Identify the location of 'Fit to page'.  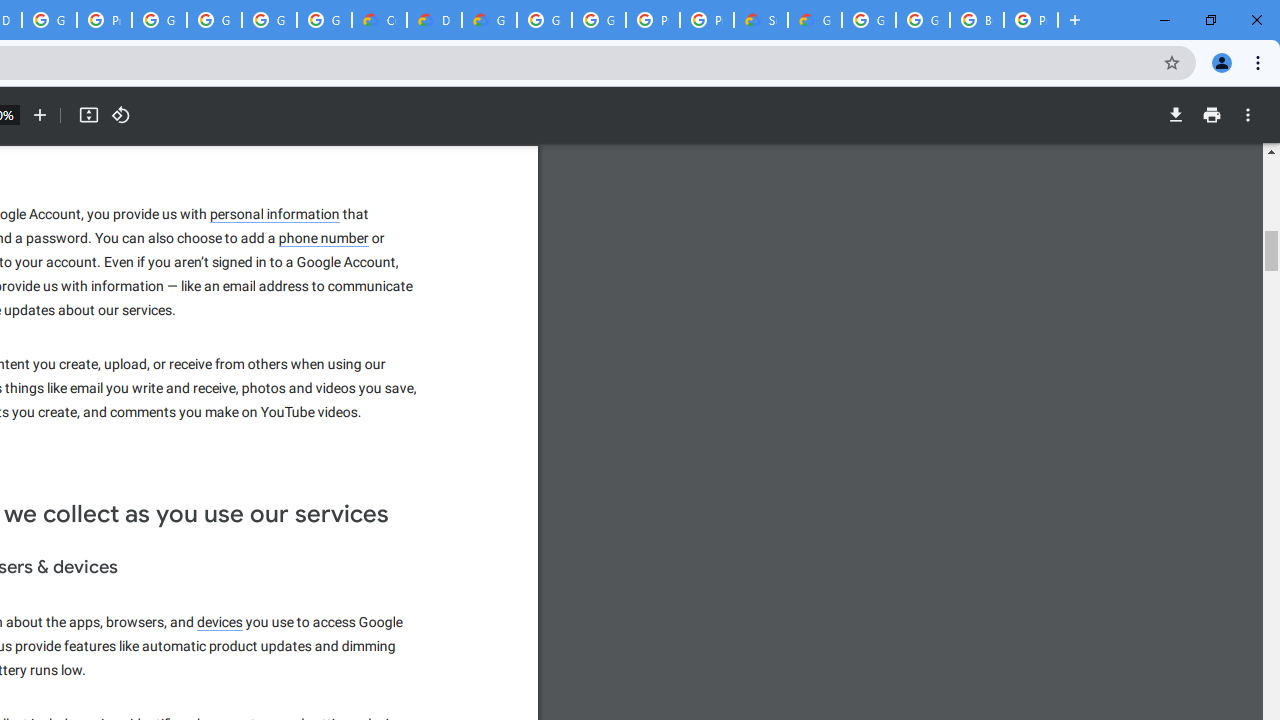
(87, 115).